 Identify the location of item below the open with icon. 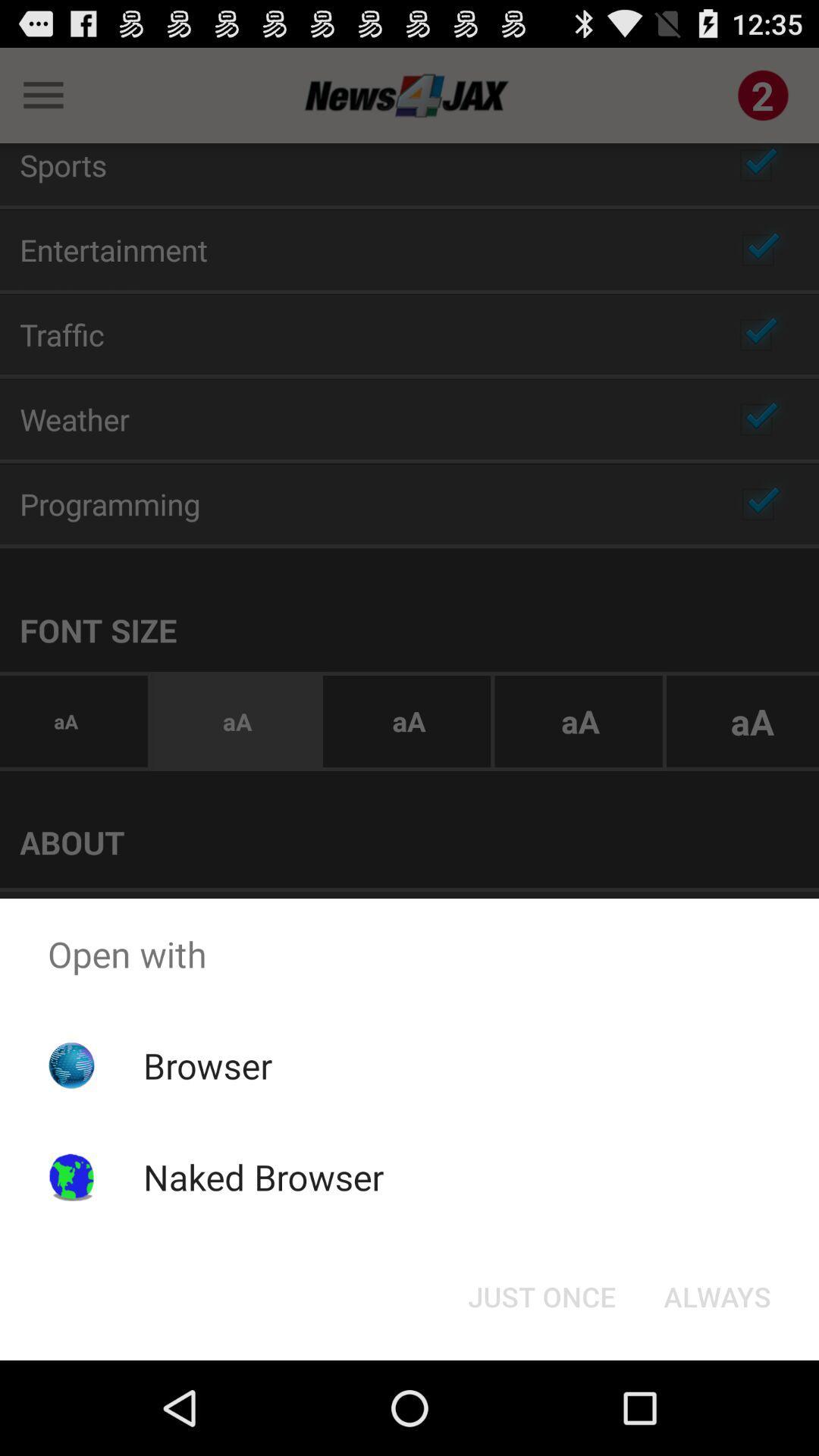
(541, 1295).